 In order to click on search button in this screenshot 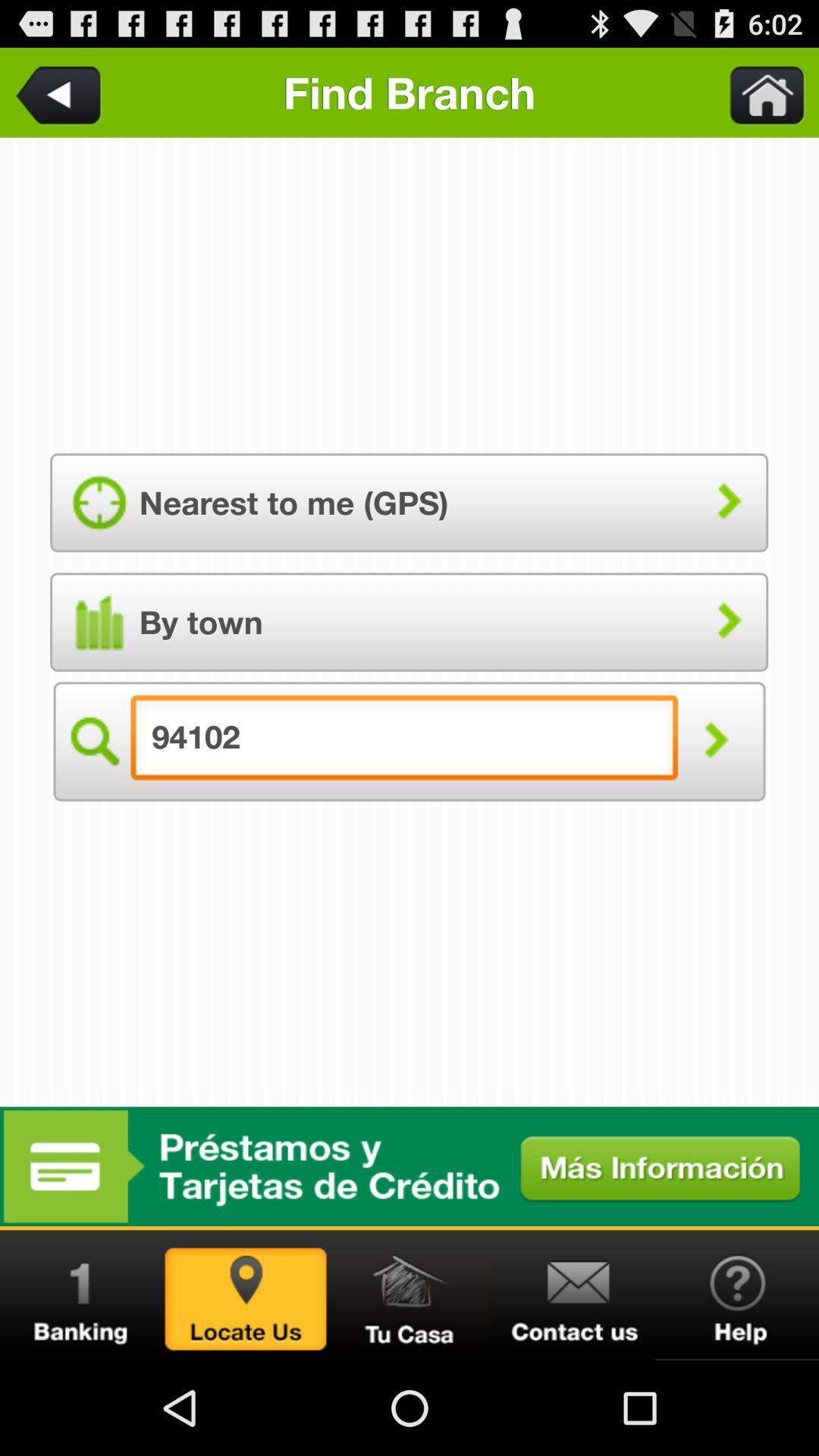, I will do `click(93, 741)`.